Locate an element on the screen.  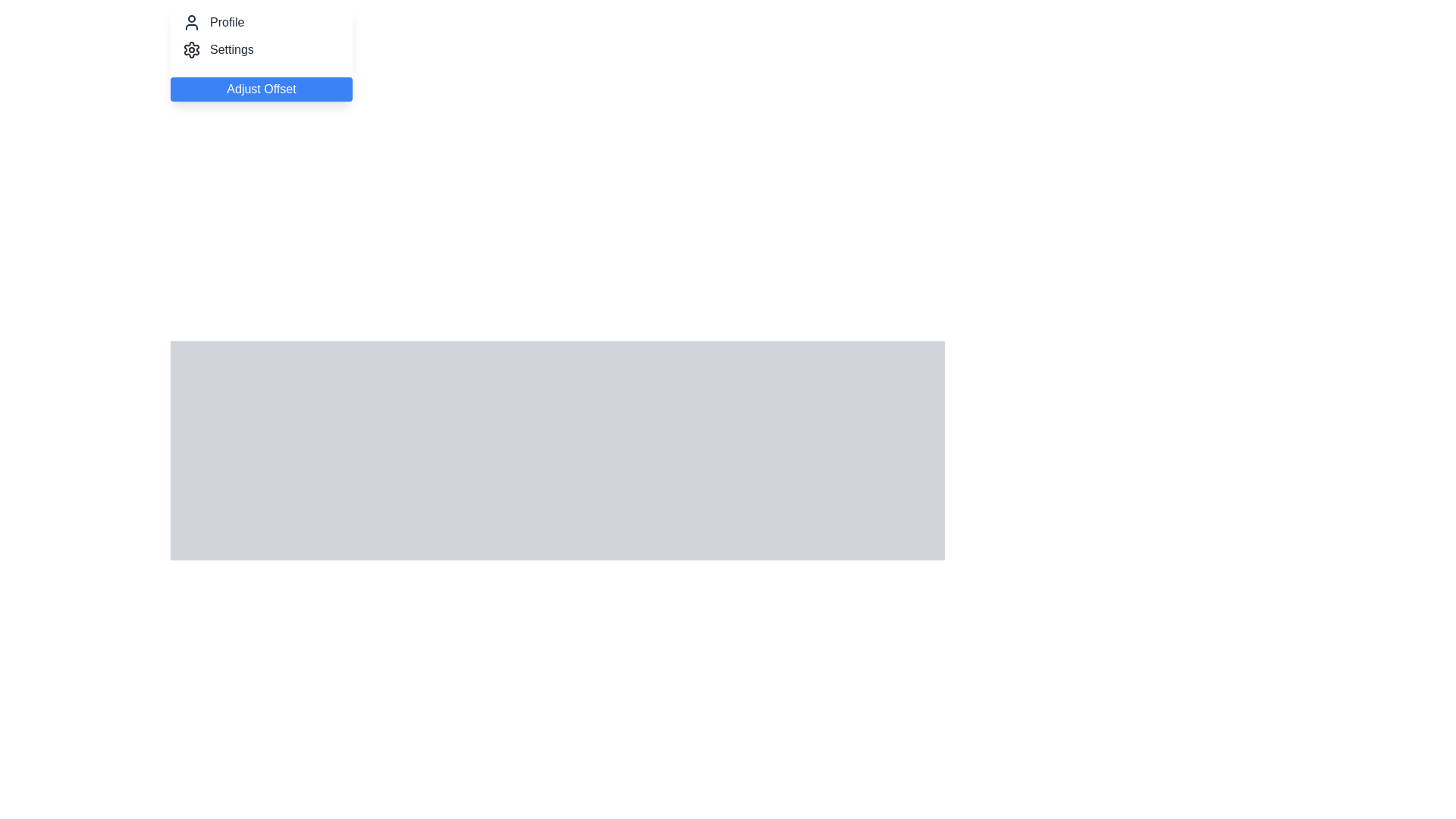
the 'Adjust Offset' button located at the bottom of the dropdown panel is located at coordinates (262, 89).